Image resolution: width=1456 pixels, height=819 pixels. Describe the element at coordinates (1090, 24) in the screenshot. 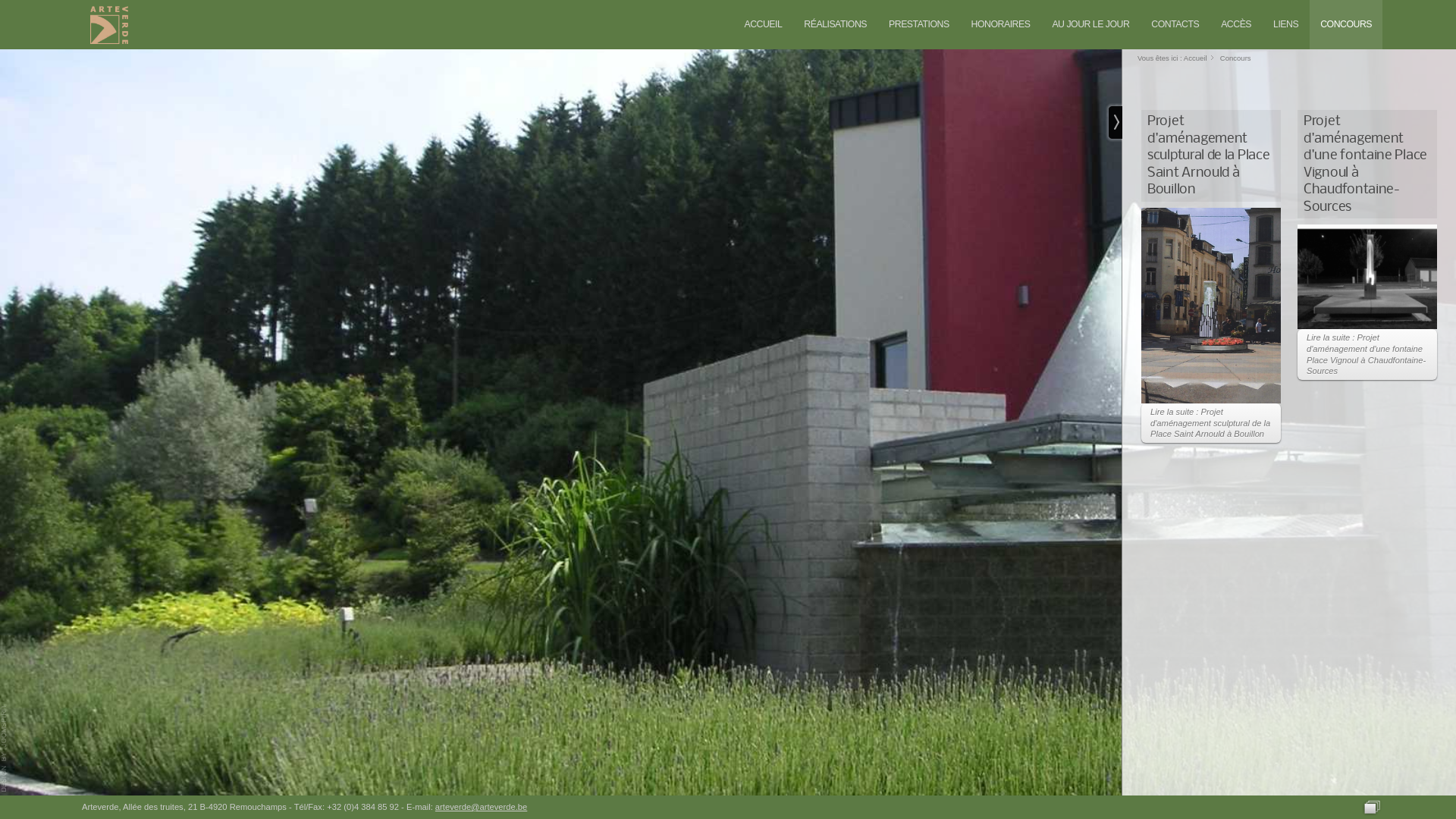

I see `'AU JOUR LE JOUR'` at that location.